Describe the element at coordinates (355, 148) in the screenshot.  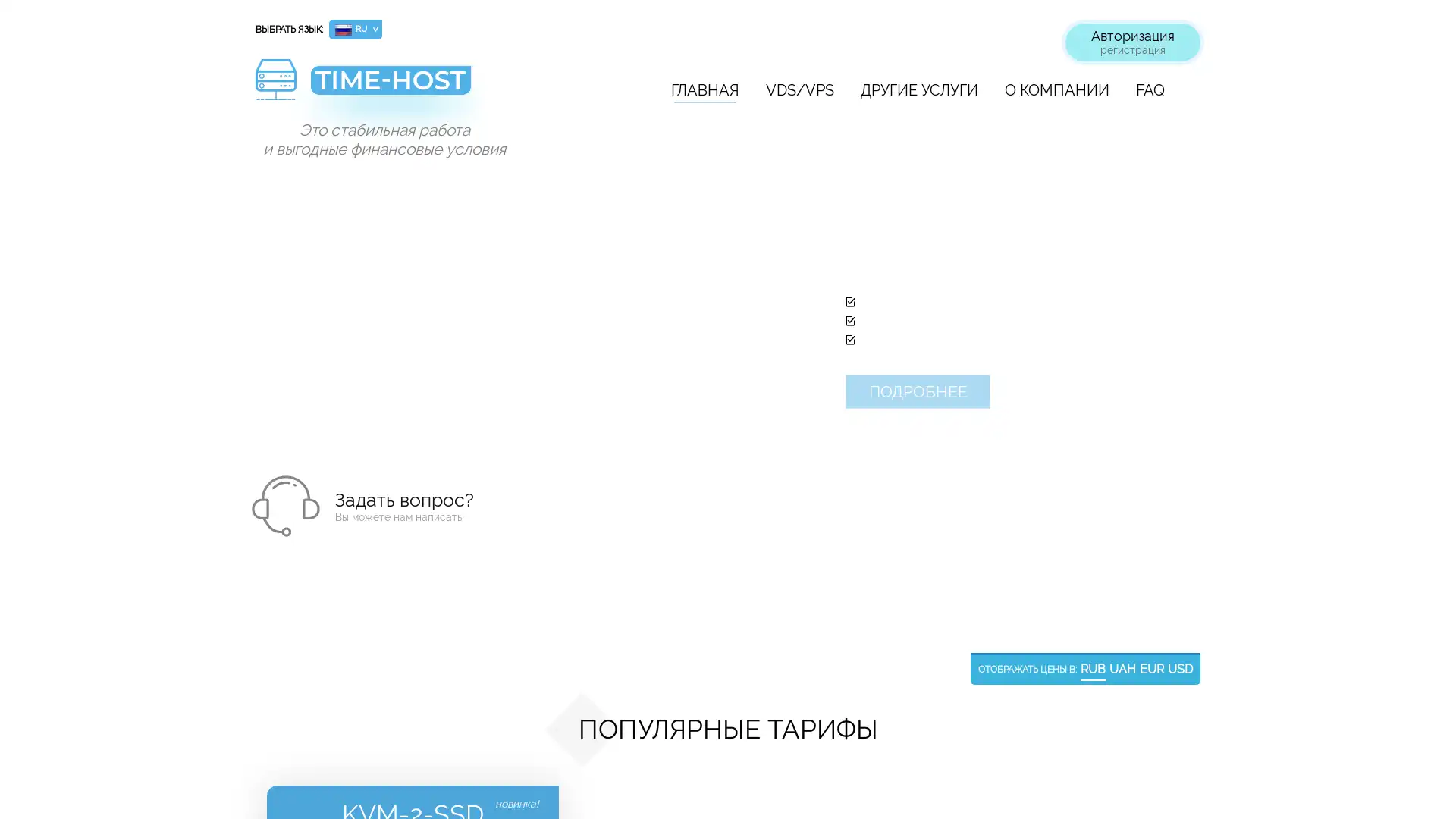
I see `it IT` at that location.